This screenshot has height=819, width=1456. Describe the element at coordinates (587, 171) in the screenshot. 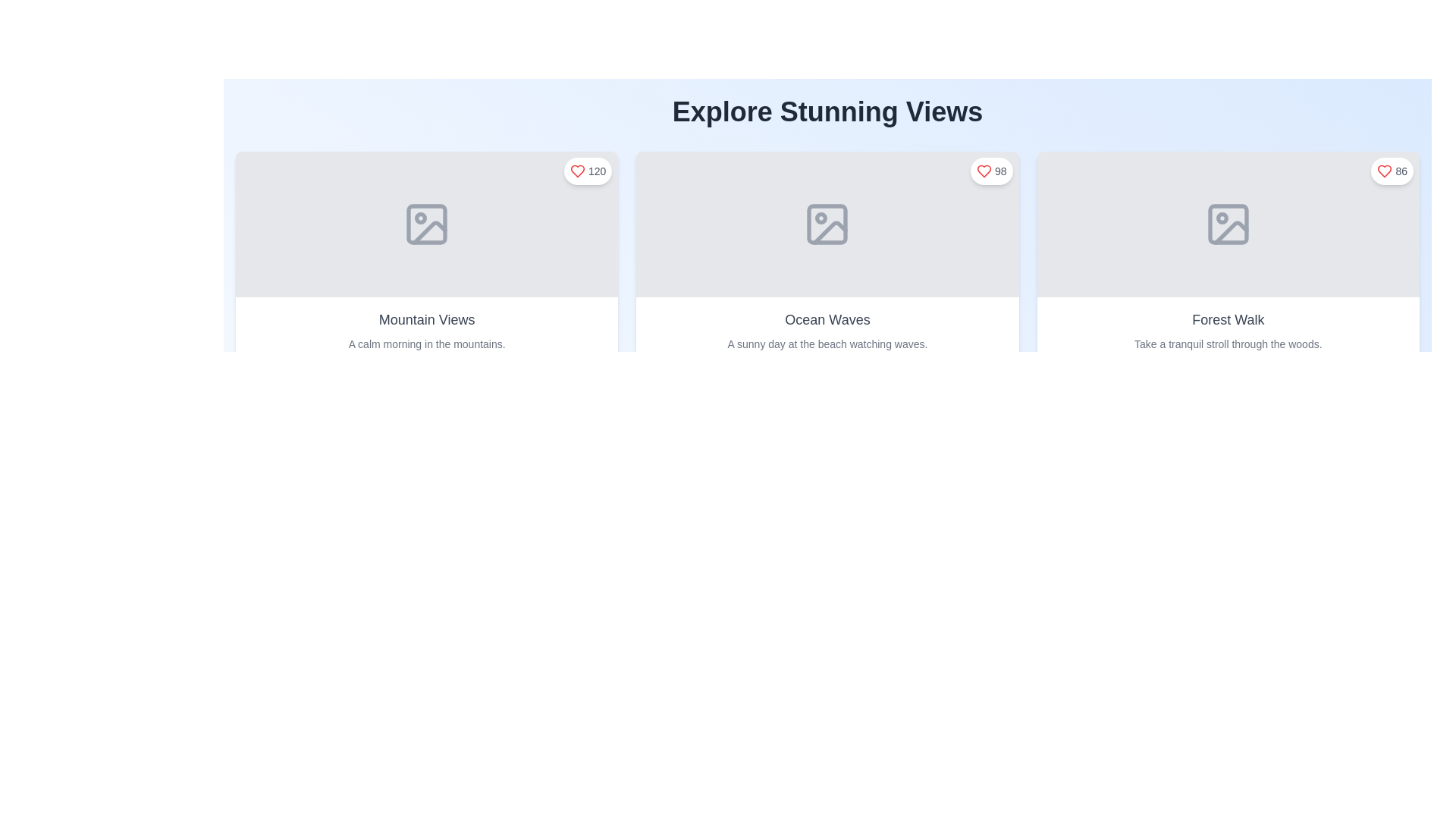

I see `the small circular badge with a white background and a red heart icon, located at the top-right corner of the 'Mountain Views' card` at that location.